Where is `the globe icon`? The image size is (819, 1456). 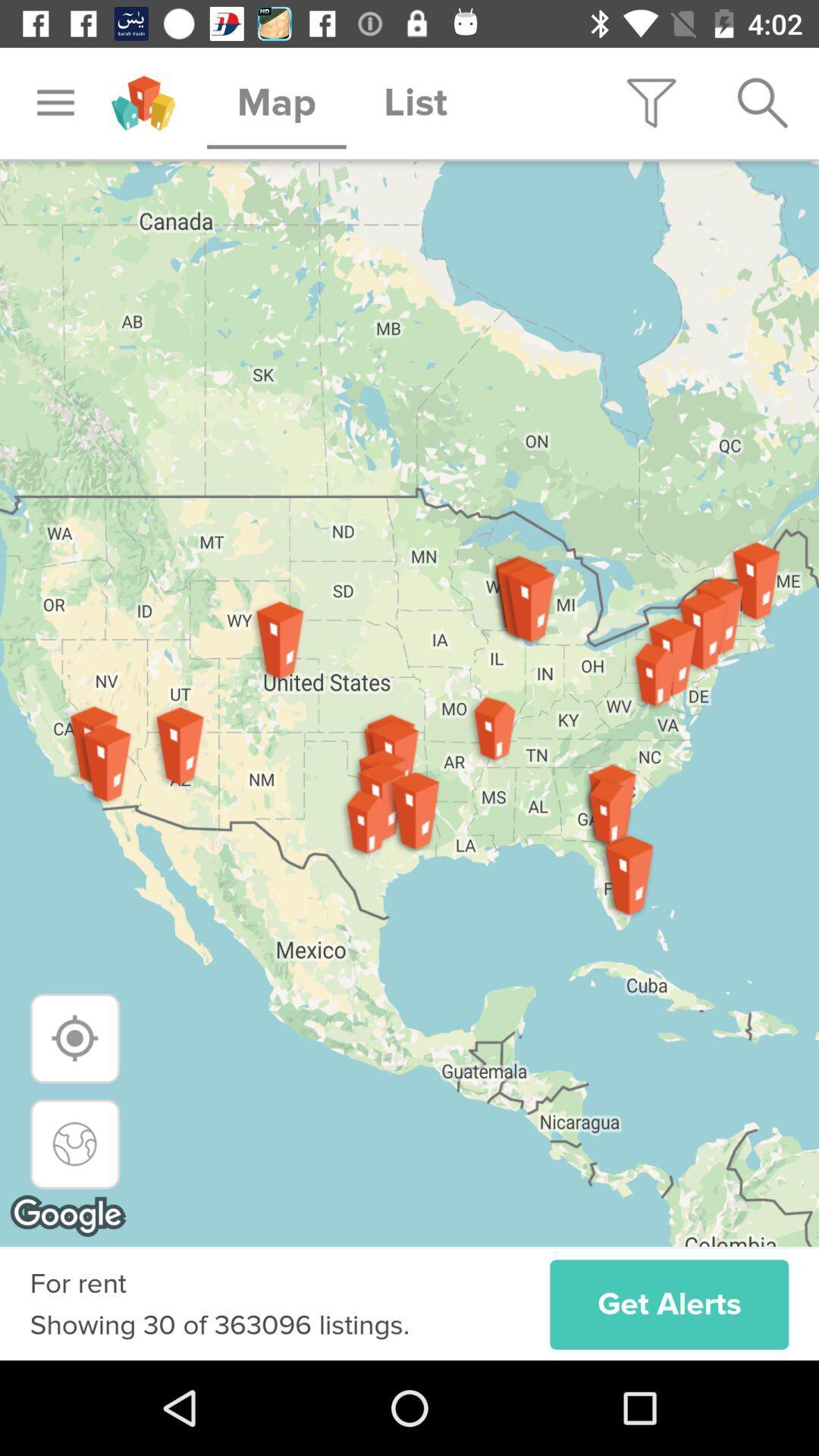
the globe icon is located at coordinates (75, 1144).